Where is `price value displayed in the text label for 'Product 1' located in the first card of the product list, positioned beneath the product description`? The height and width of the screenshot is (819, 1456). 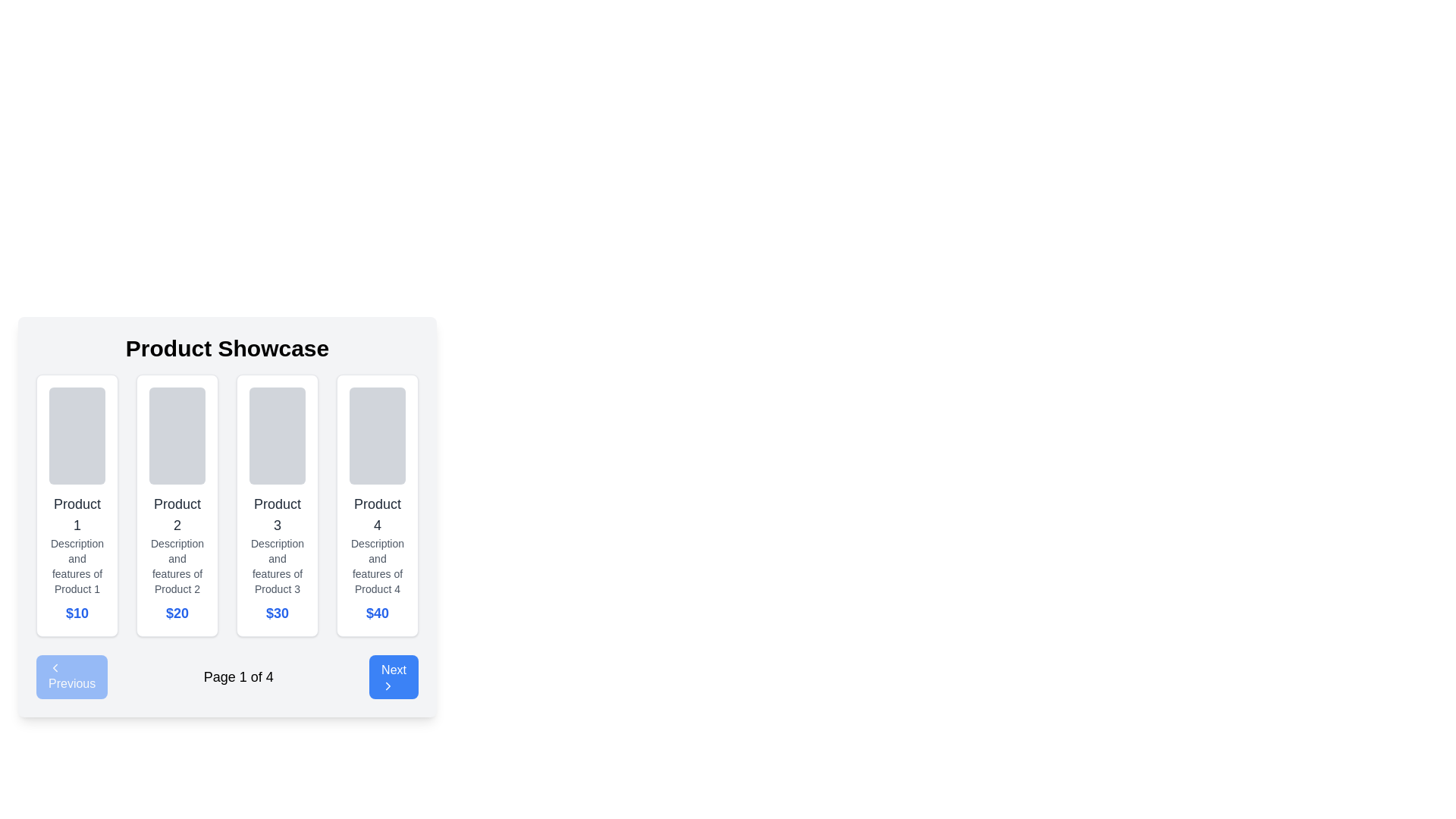
price value displayed in the text label for 'Product 1' located in the first card of the product list, positioned beneath the product description is located at coordinates (76, 613).